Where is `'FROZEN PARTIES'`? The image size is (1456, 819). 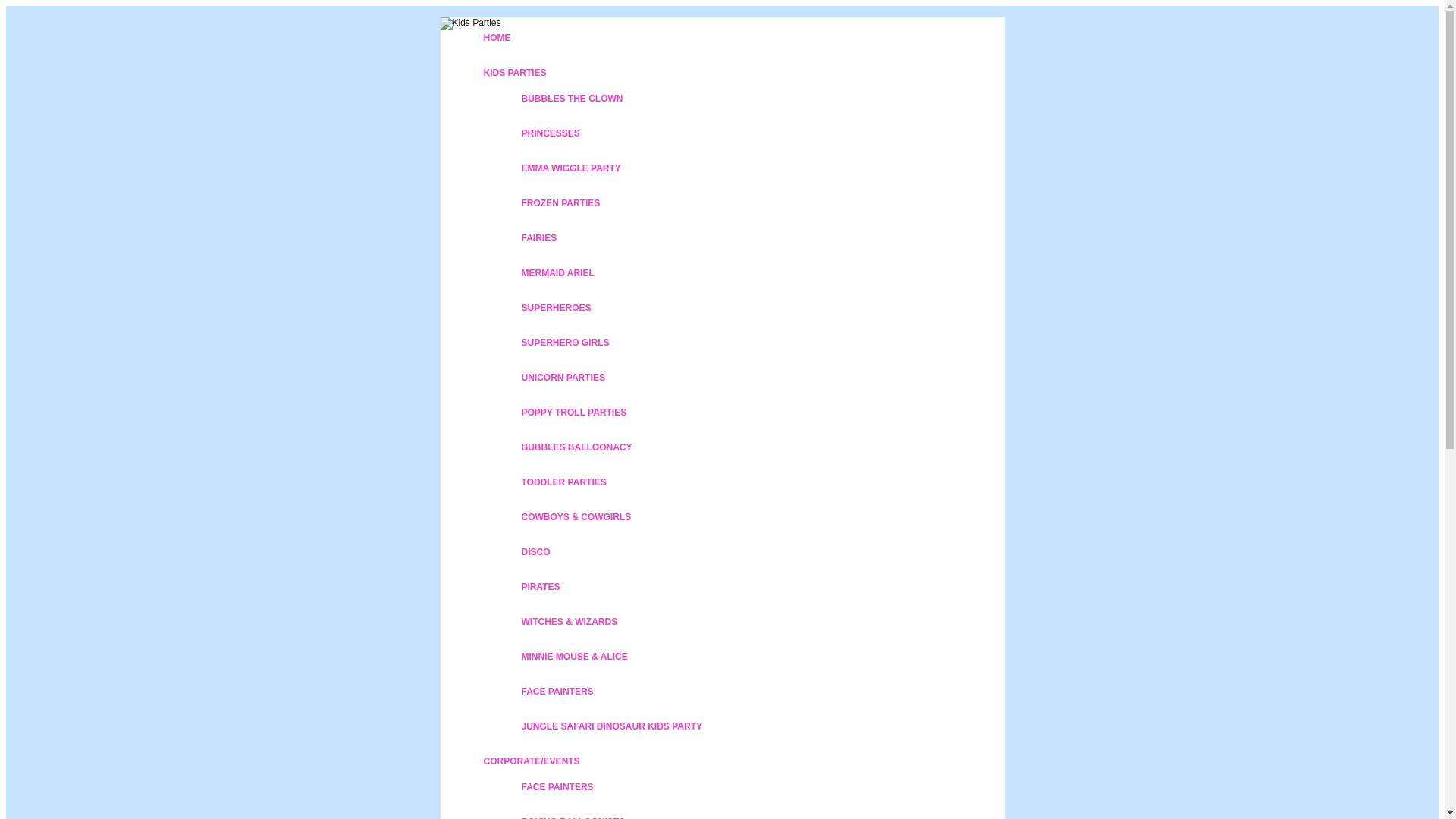
'FROZEN PARTIES' is located at coordinates (516, 202).